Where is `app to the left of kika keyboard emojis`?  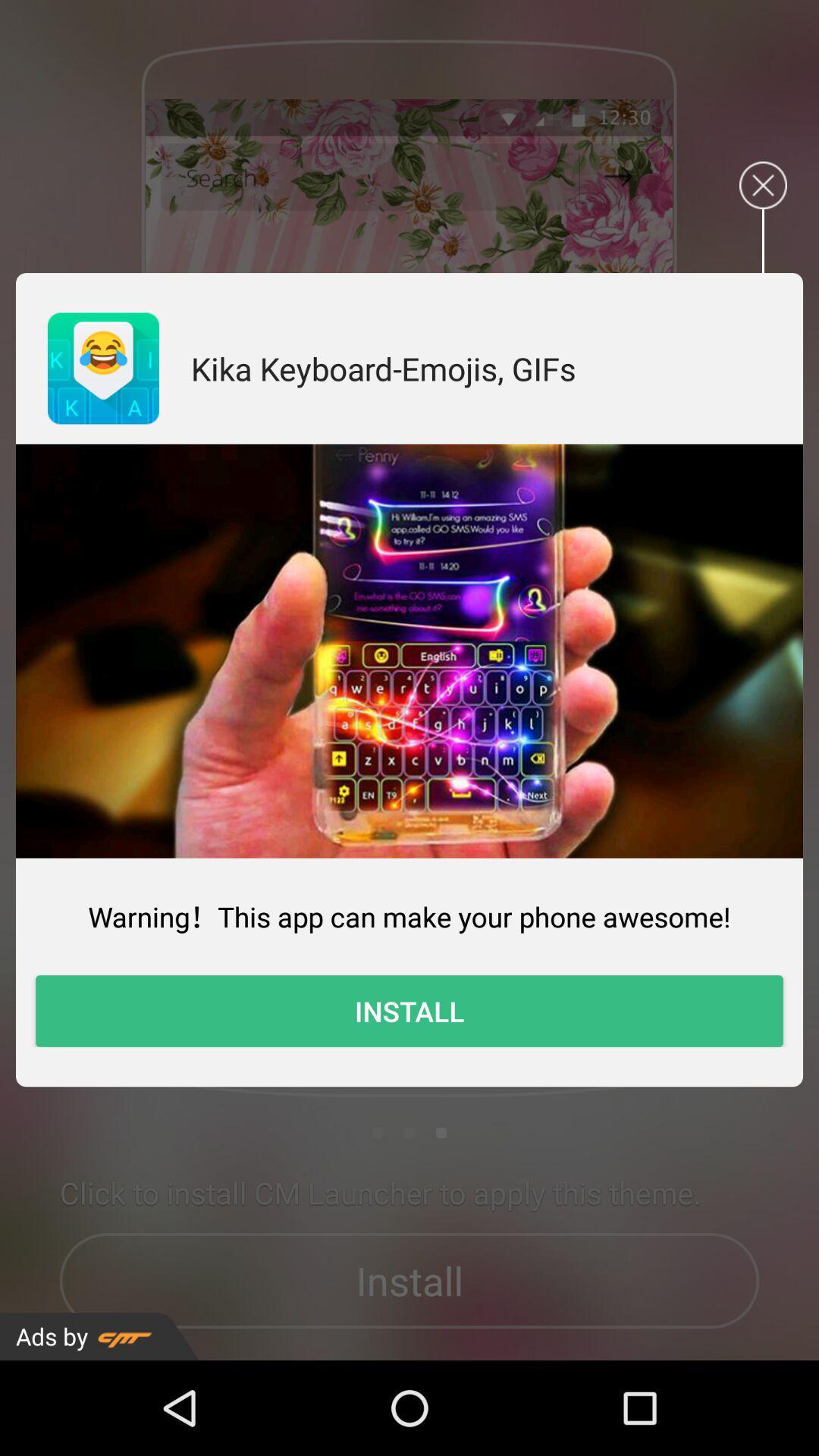
app to the left of kika keyboard emojis is located at coordinates (102, 368).